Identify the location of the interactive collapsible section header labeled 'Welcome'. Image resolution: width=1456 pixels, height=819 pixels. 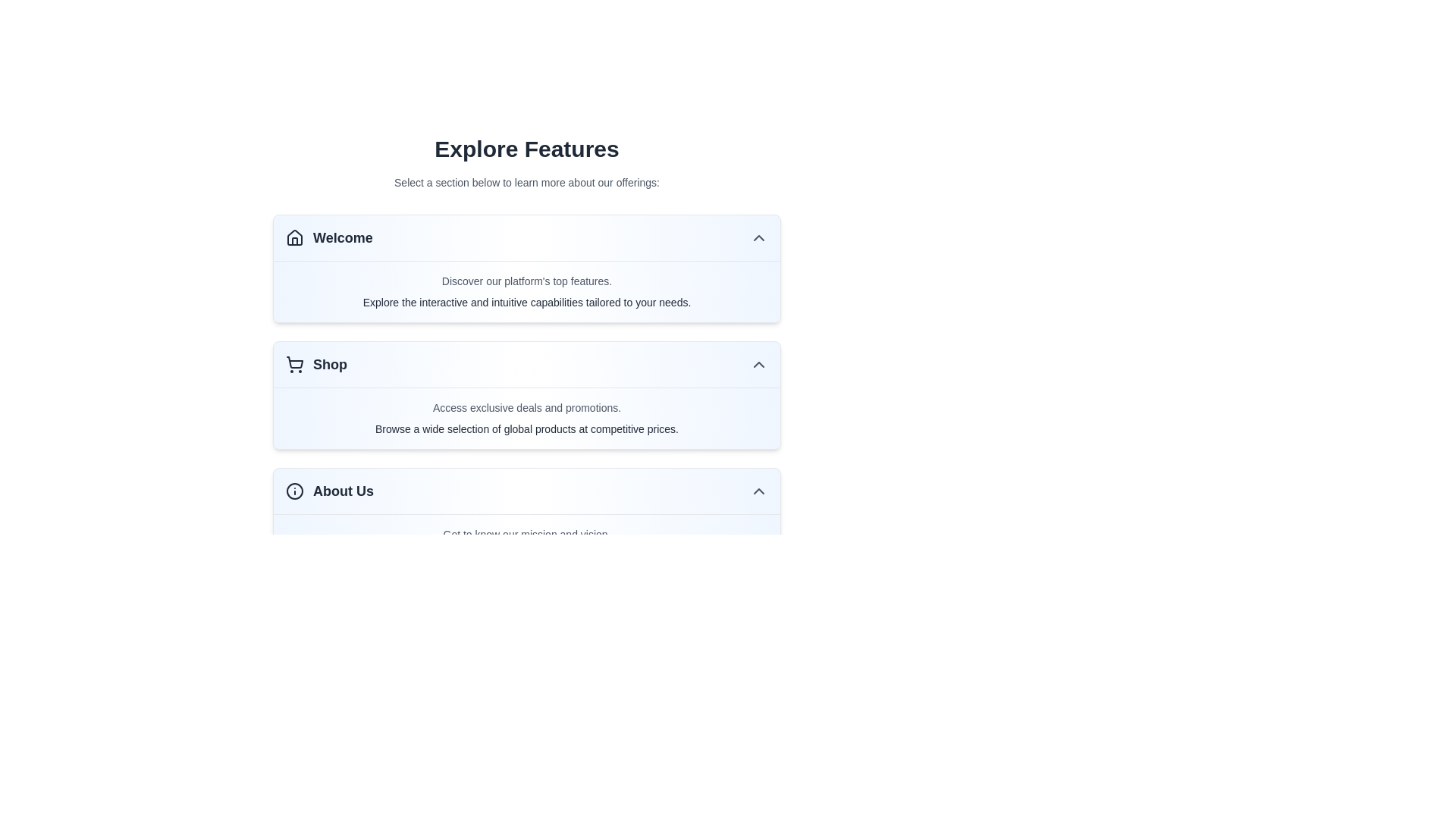
(527, 238).